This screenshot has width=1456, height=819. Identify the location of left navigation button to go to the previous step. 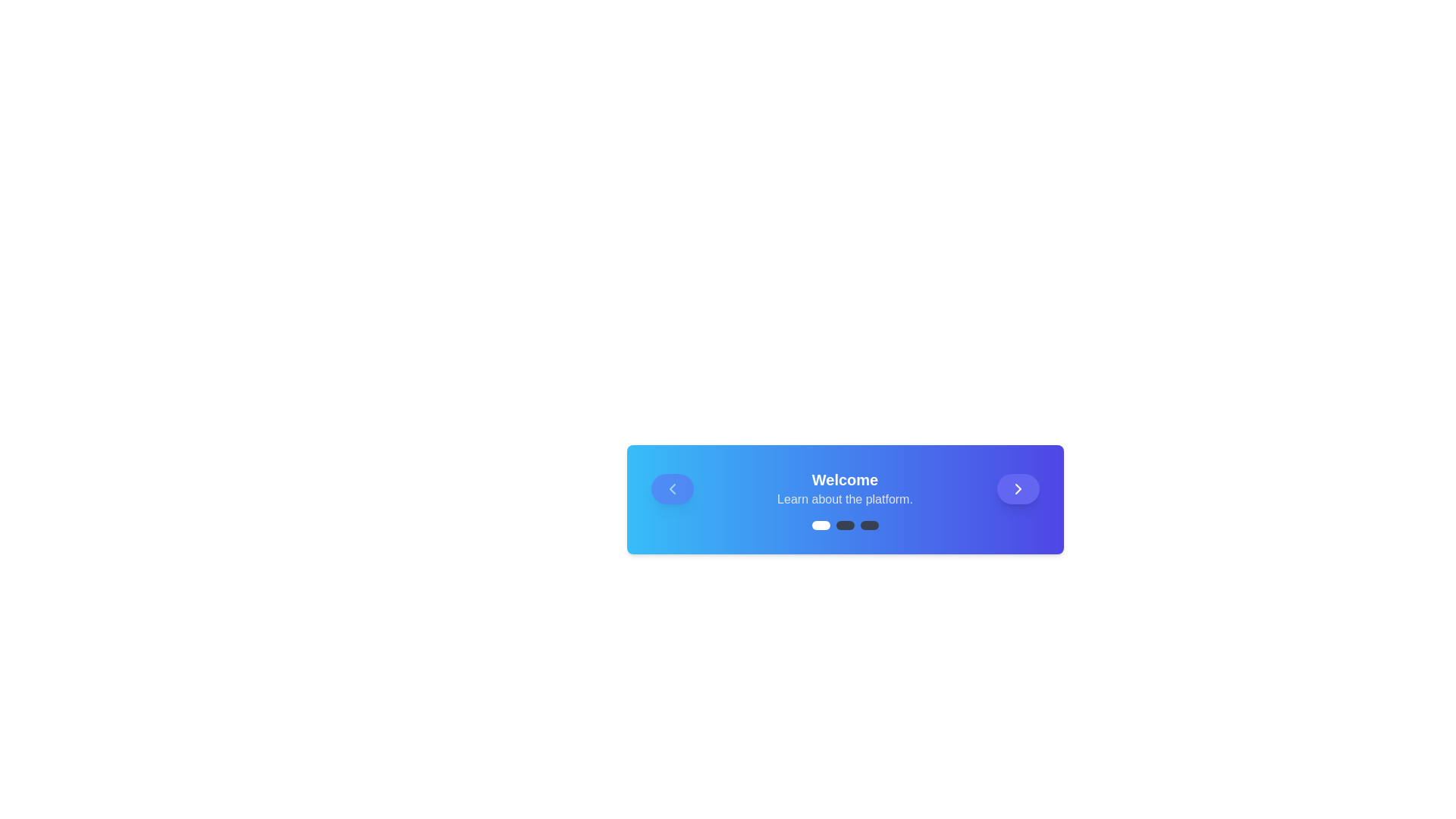
(671, 488).